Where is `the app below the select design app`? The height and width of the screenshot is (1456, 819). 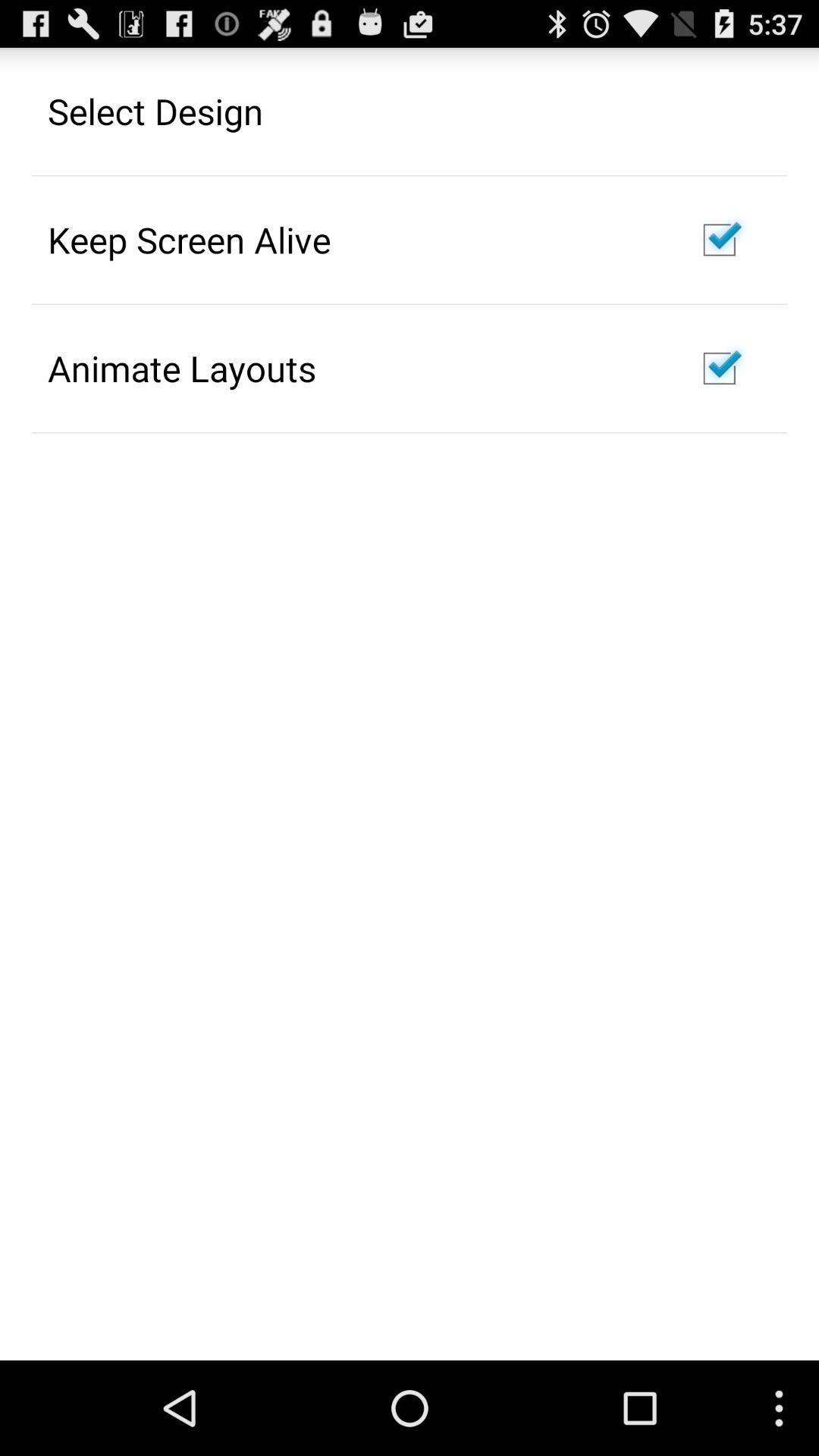
the app below the select design app is located at coordinates (188, 239).